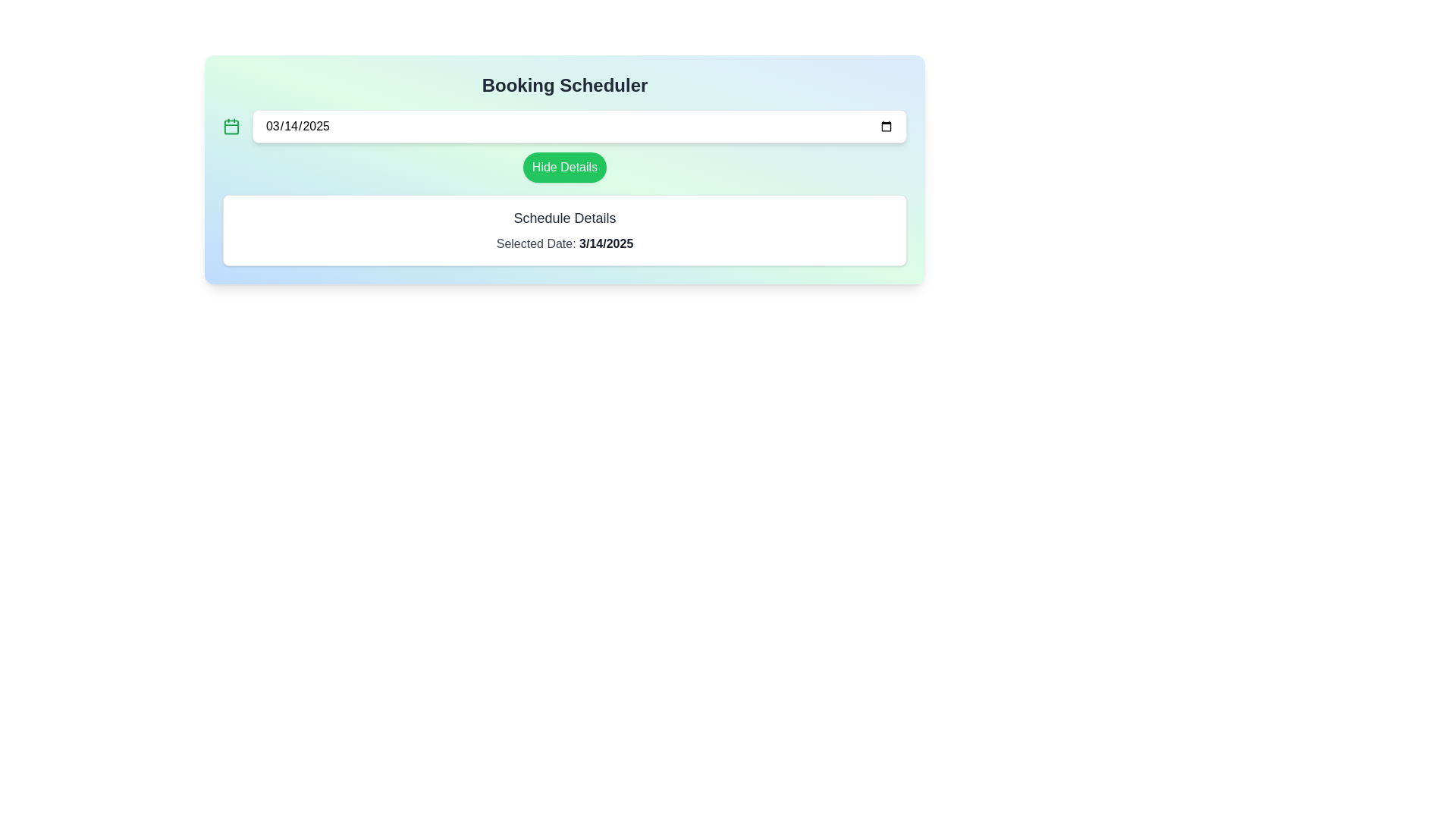 The width and height of the screenshot is (1456, 819). I want to click on the toggle button located near the top center of the 'Booking Scheduler' interface, so click(563, 167).